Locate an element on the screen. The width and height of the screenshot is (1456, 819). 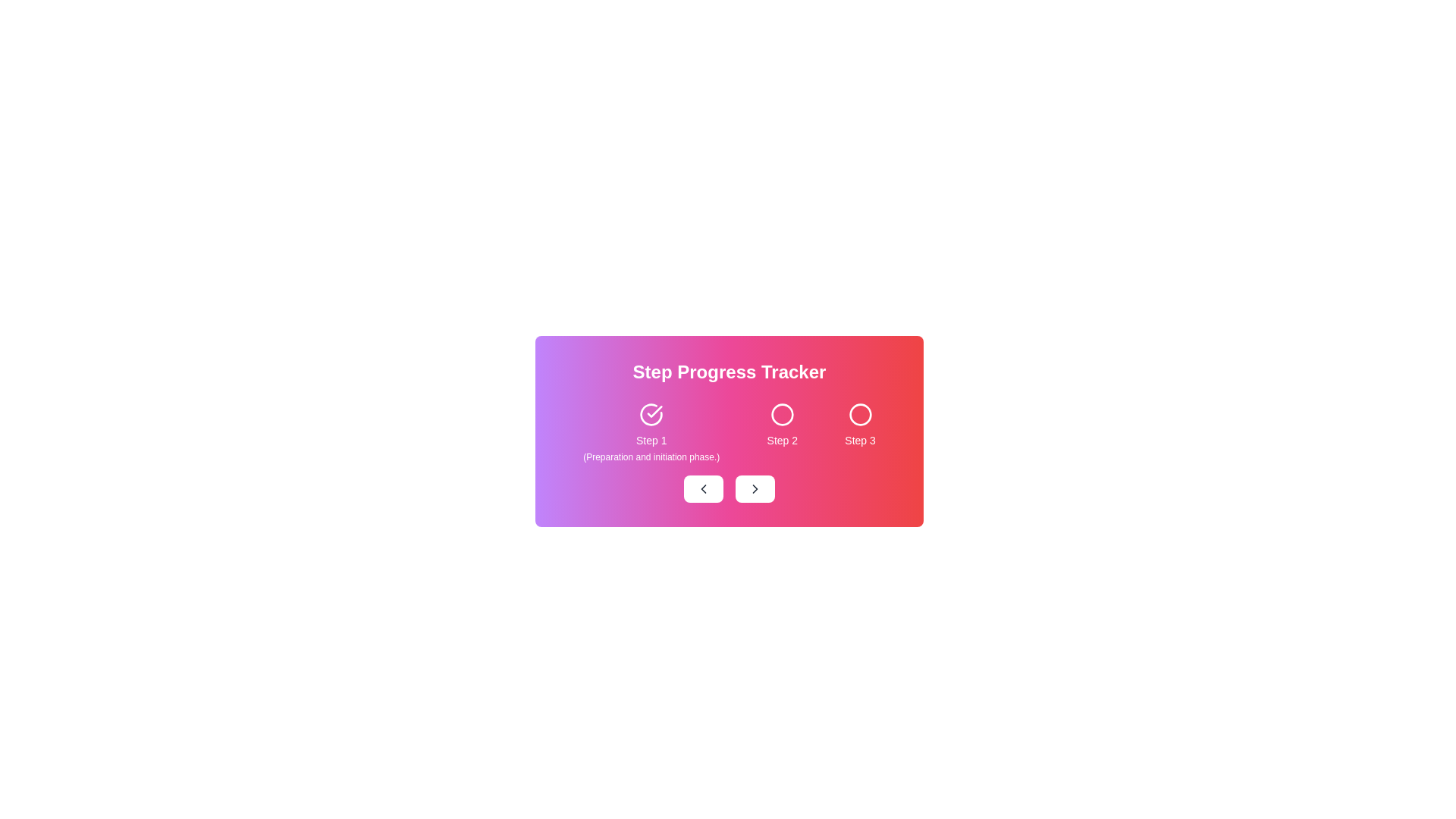
the circular segment of the checkmark design in the first step indicator of the step tracker interface is located at coordinates (651, 415).